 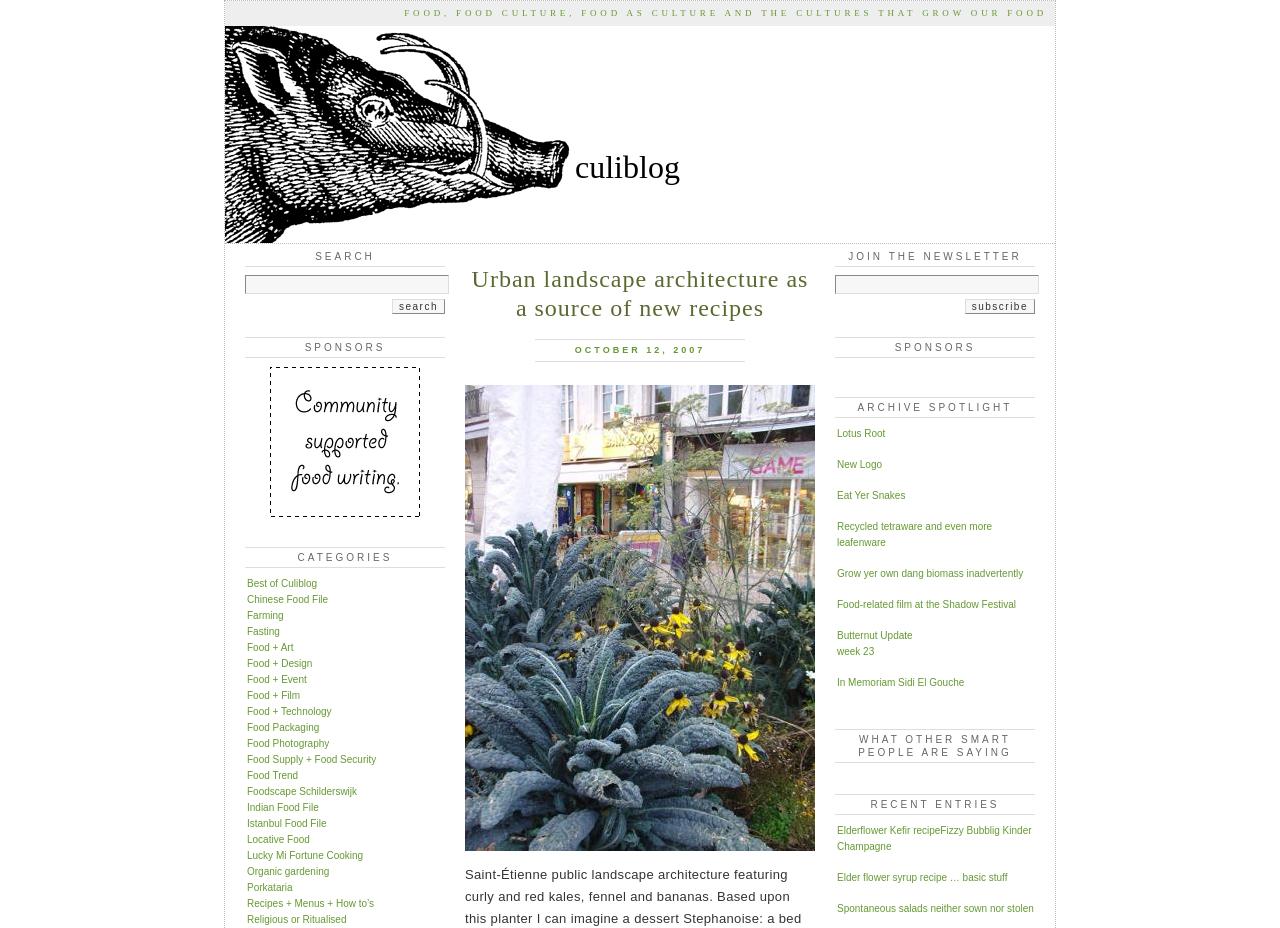 What do you see at coordinates (285, 822) in the screenshot?
I see `'Istanbul Food File'` at bounding box center [285, 822].